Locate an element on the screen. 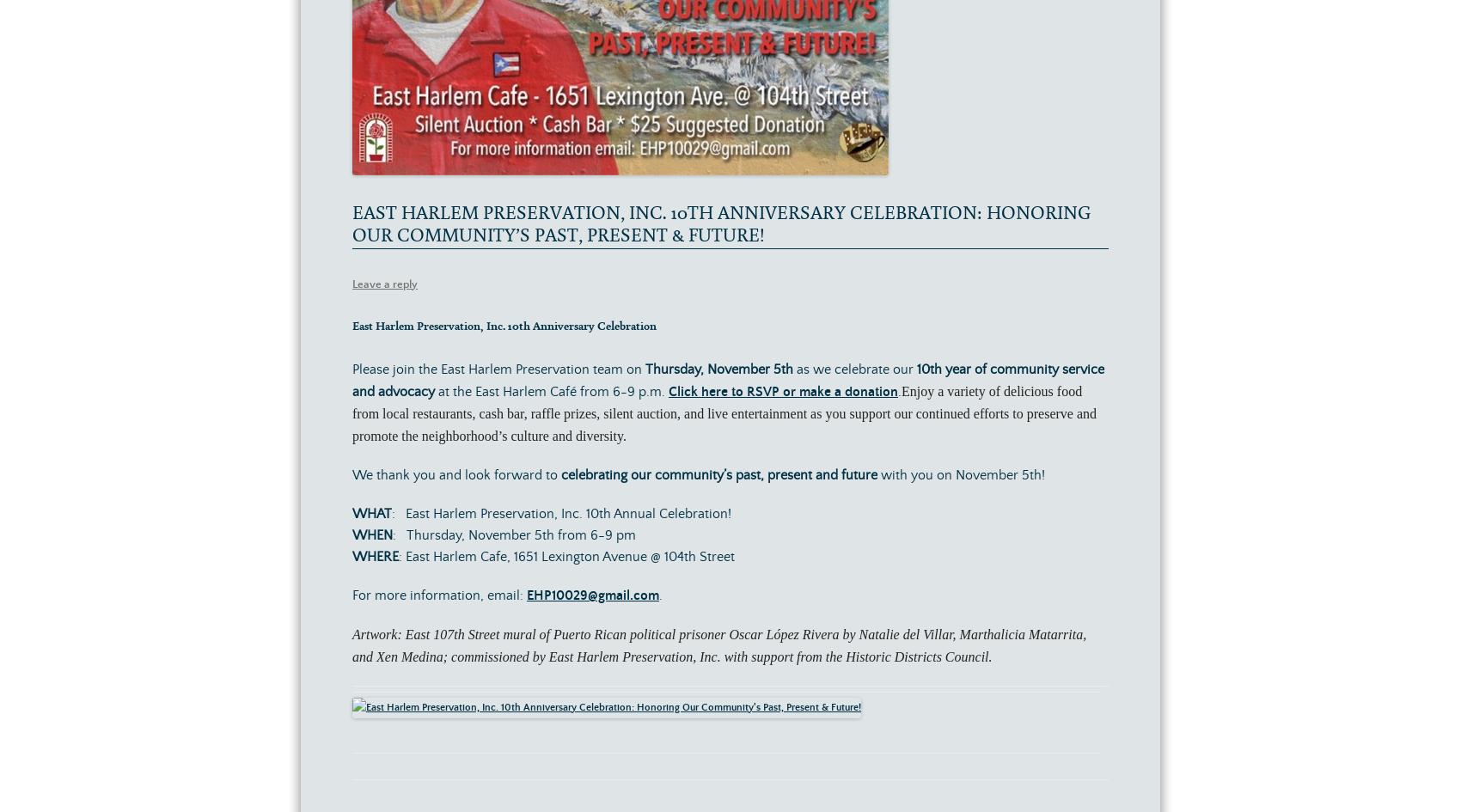 This screenshot has height=812, width=1461. 'Please join the East Harlem Preservation team on' is located at coordinates (498, 369).